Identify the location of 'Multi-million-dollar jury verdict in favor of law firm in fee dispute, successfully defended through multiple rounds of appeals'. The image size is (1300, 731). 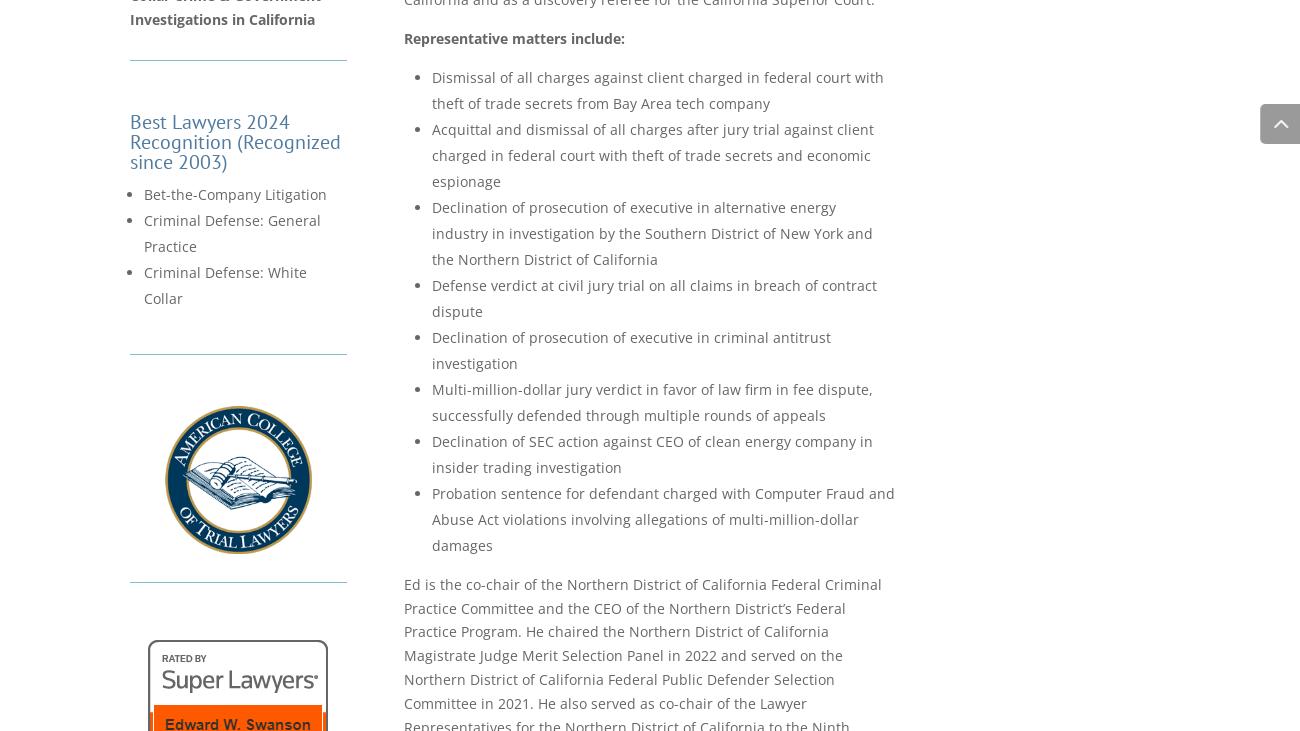
(651, 401).